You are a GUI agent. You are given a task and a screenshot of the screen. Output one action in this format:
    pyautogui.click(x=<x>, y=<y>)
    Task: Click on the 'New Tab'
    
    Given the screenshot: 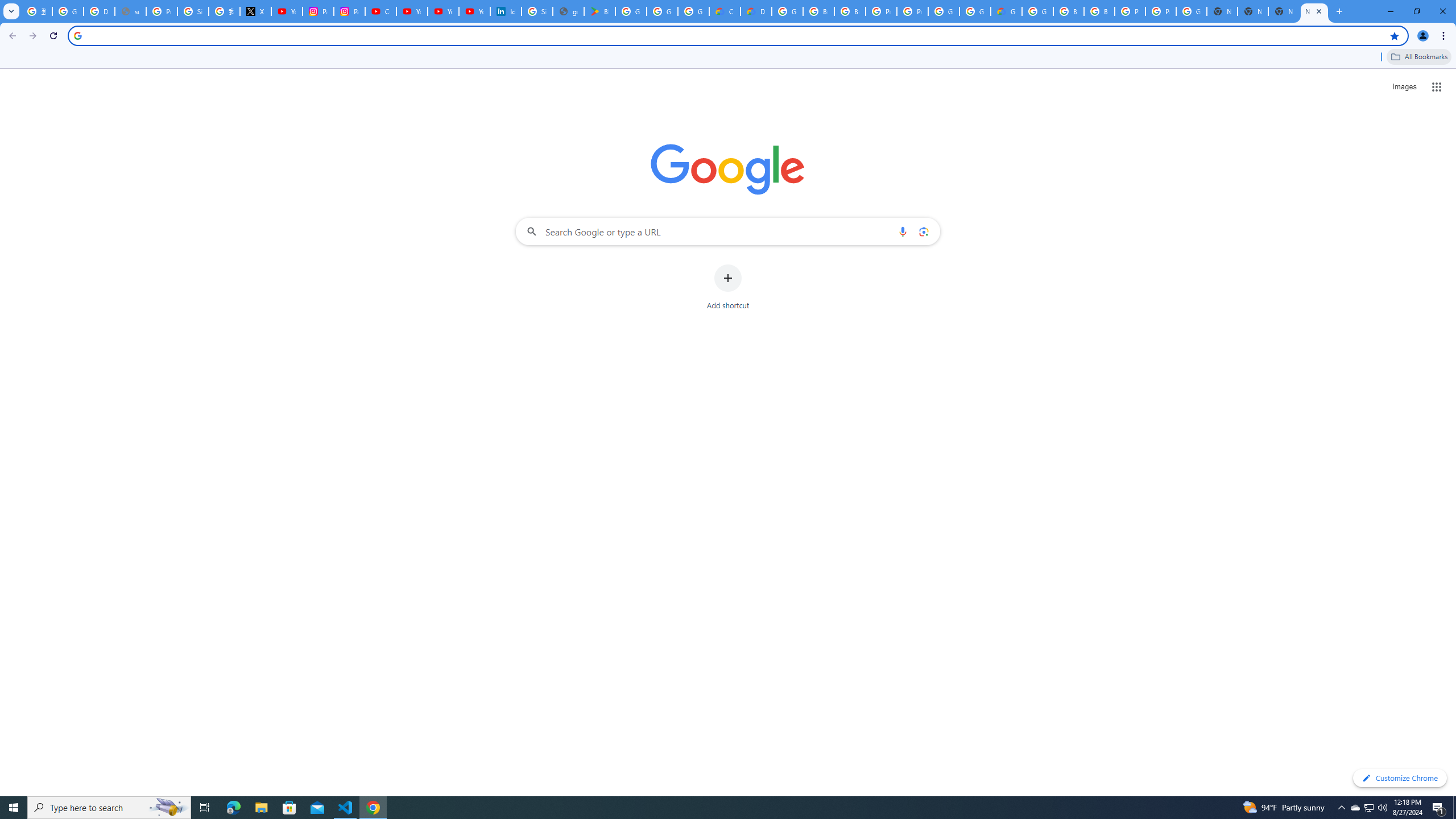 What is the action you would take?
    pyautogui.click(x=1252, y=11)
    